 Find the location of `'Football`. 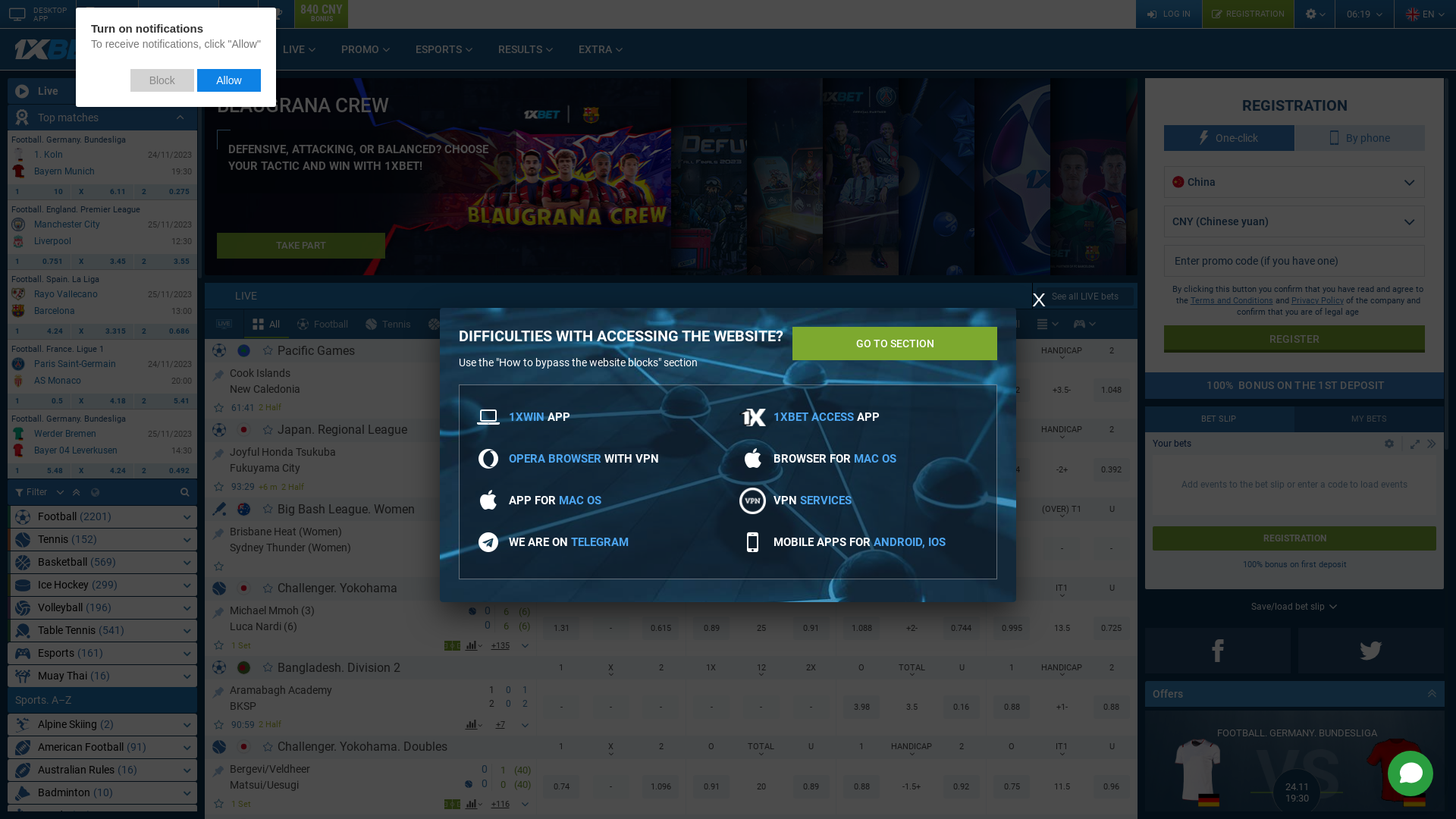

'Football is located at coordinates (101, 516).